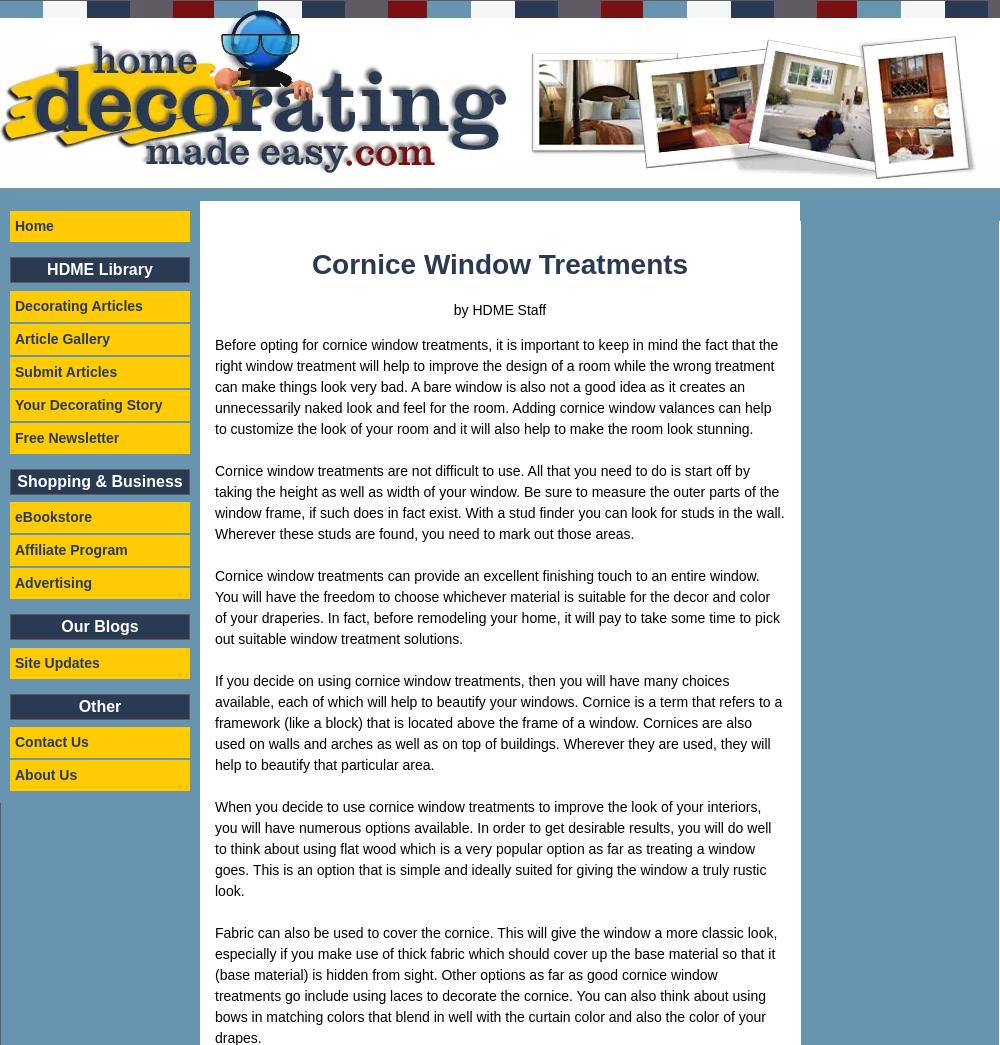 The image size is (1000, 1045). I want to click on 'Other', so click(98, 704).